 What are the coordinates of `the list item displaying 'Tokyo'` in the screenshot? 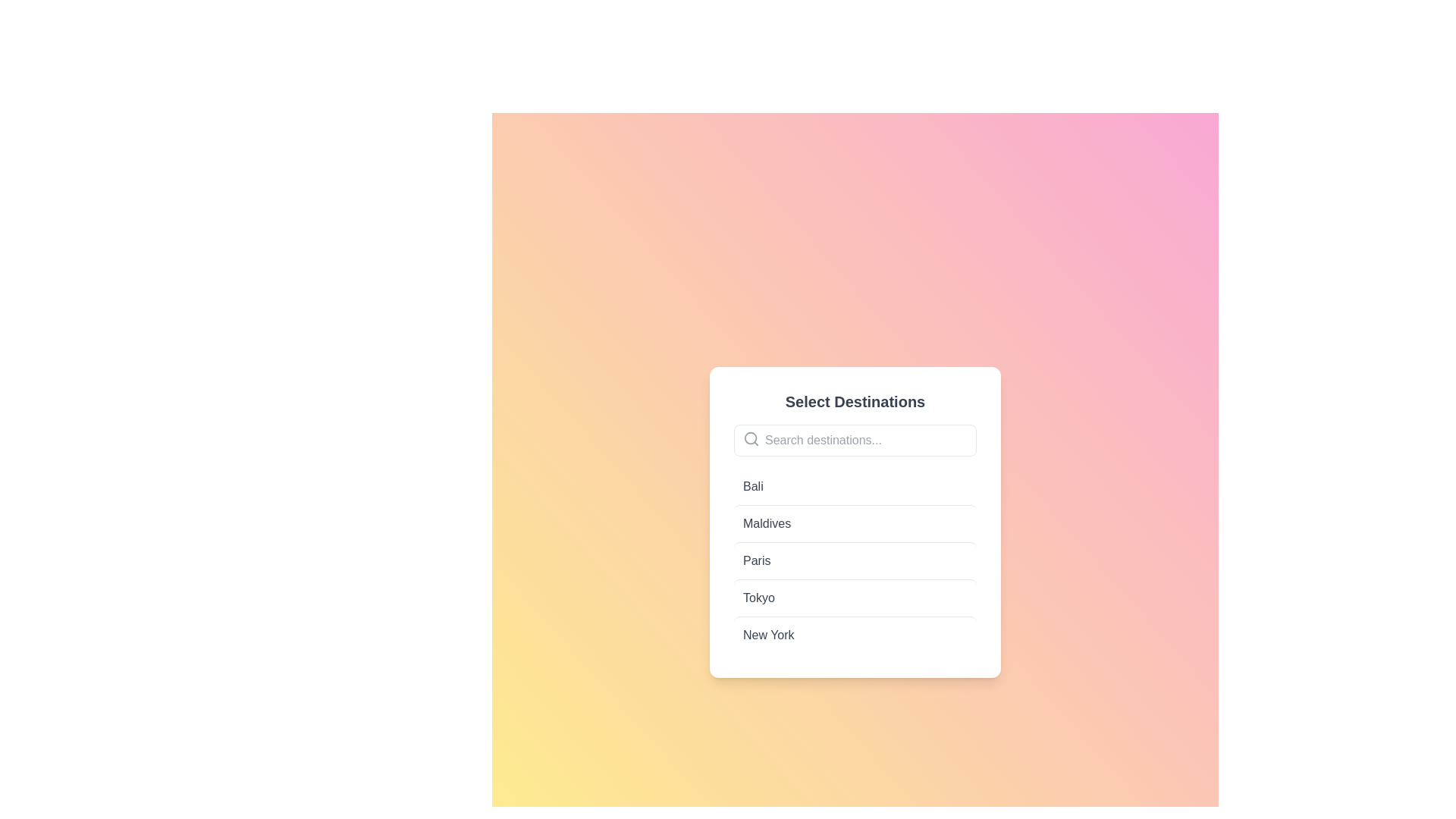 It's located at (855, 596).